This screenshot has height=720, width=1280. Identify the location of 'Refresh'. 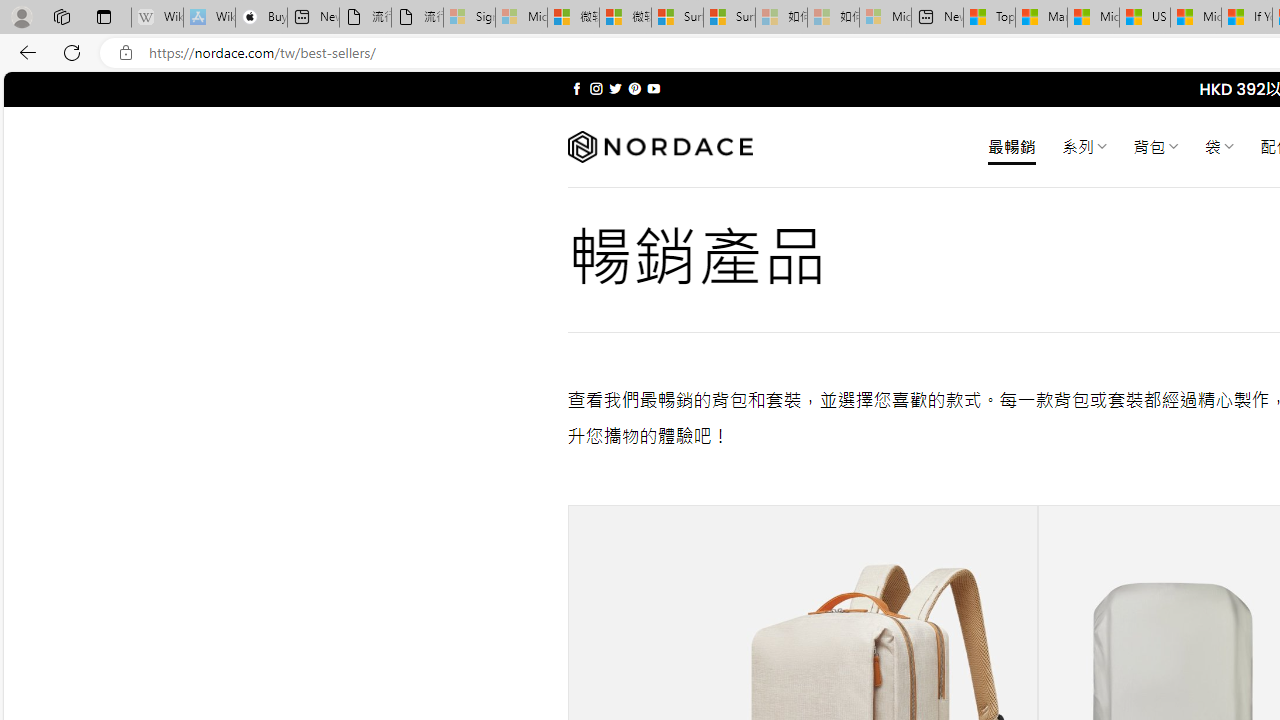
(72, 51).